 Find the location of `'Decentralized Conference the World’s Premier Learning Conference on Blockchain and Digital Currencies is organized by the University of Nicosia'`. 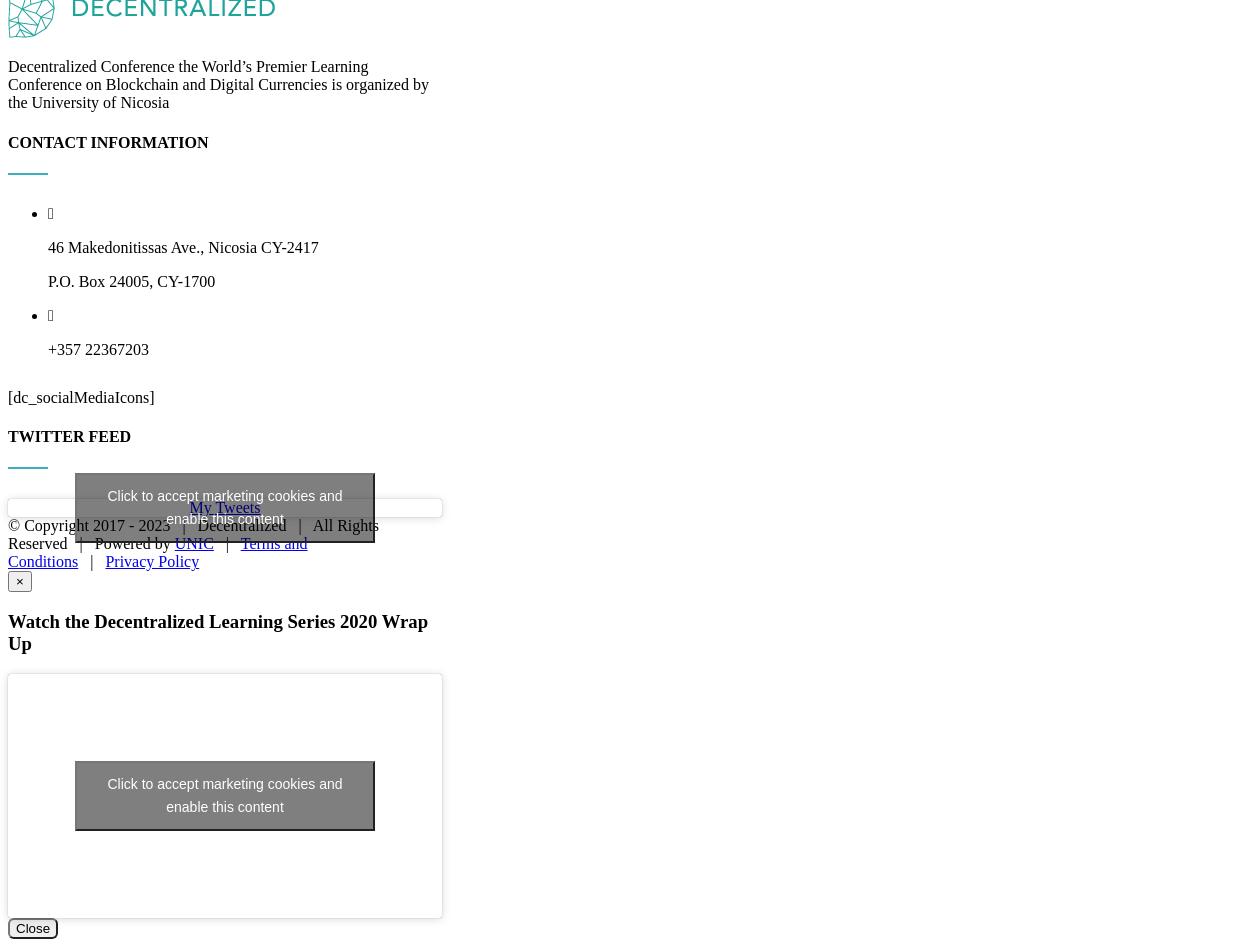

'Decentralized Conference the World’s Premier Learning Conference on Blockchain and Digital Currencies is organized by the University of Nicosia' is located at coordinates (218, 284).